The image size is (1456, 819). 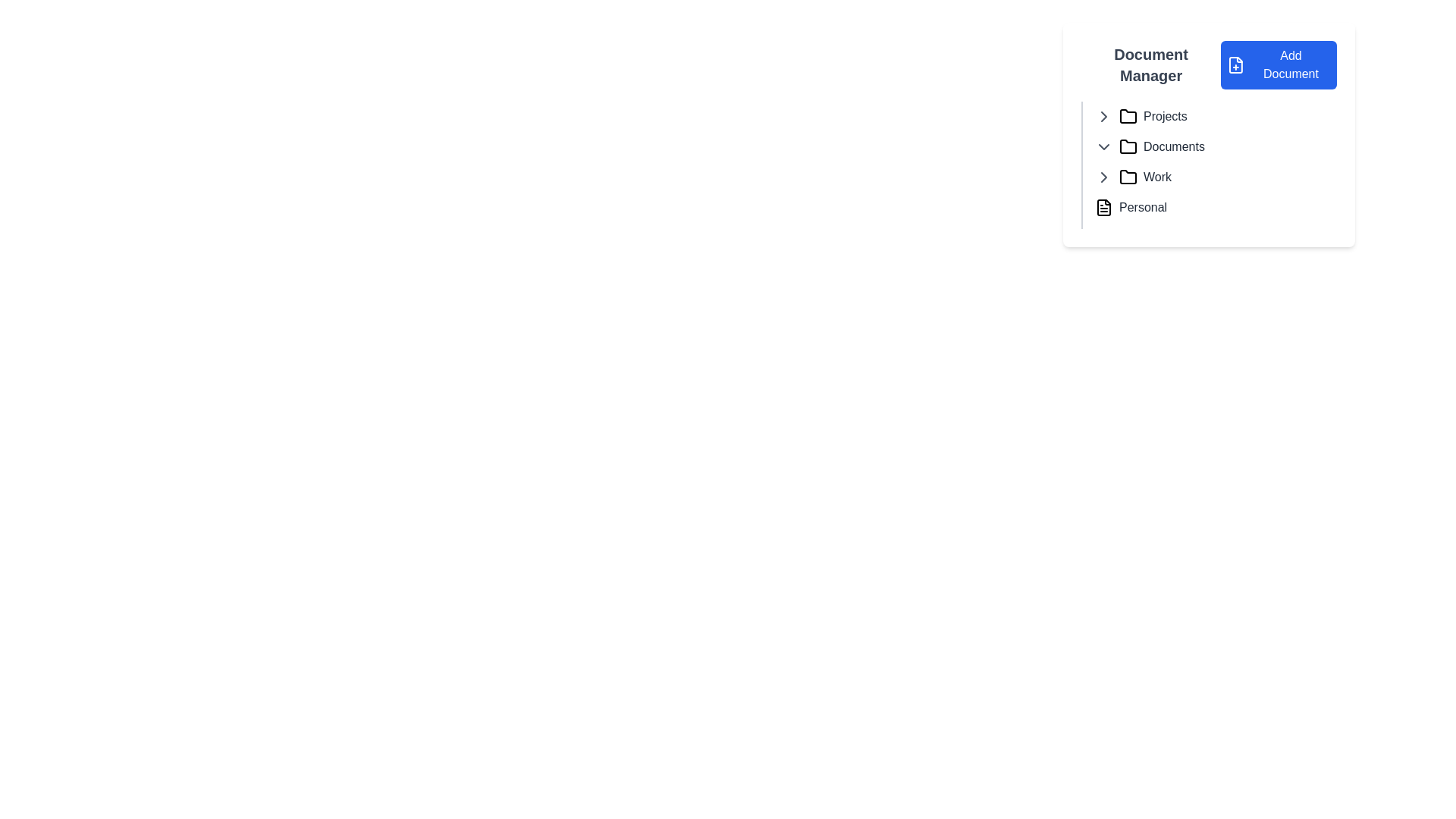 What do you see at coordinates (1151, 64) in the screenshot?
I see `text label styled in bold font and large size that says 'Document Manager', which is located near the top-left corner of a white panel` at bounding box center [1151, 64].